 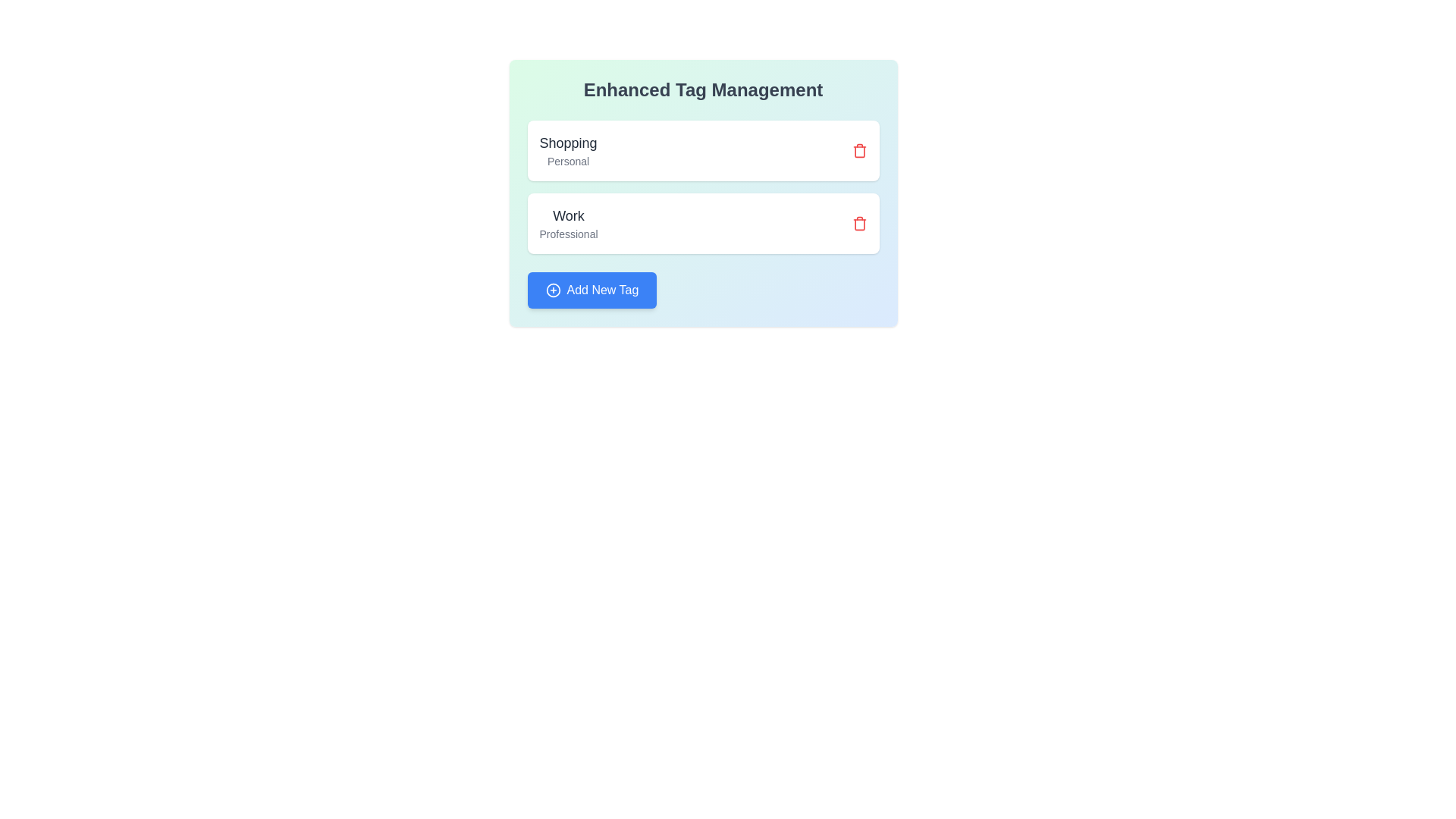 What do you see at coordinates (591, 290) in the screenshot?
I see `the rectangular blue button labeled 'Add New Tag' with a plus icon to observe the hover styling` at bounding box center [591, 290].